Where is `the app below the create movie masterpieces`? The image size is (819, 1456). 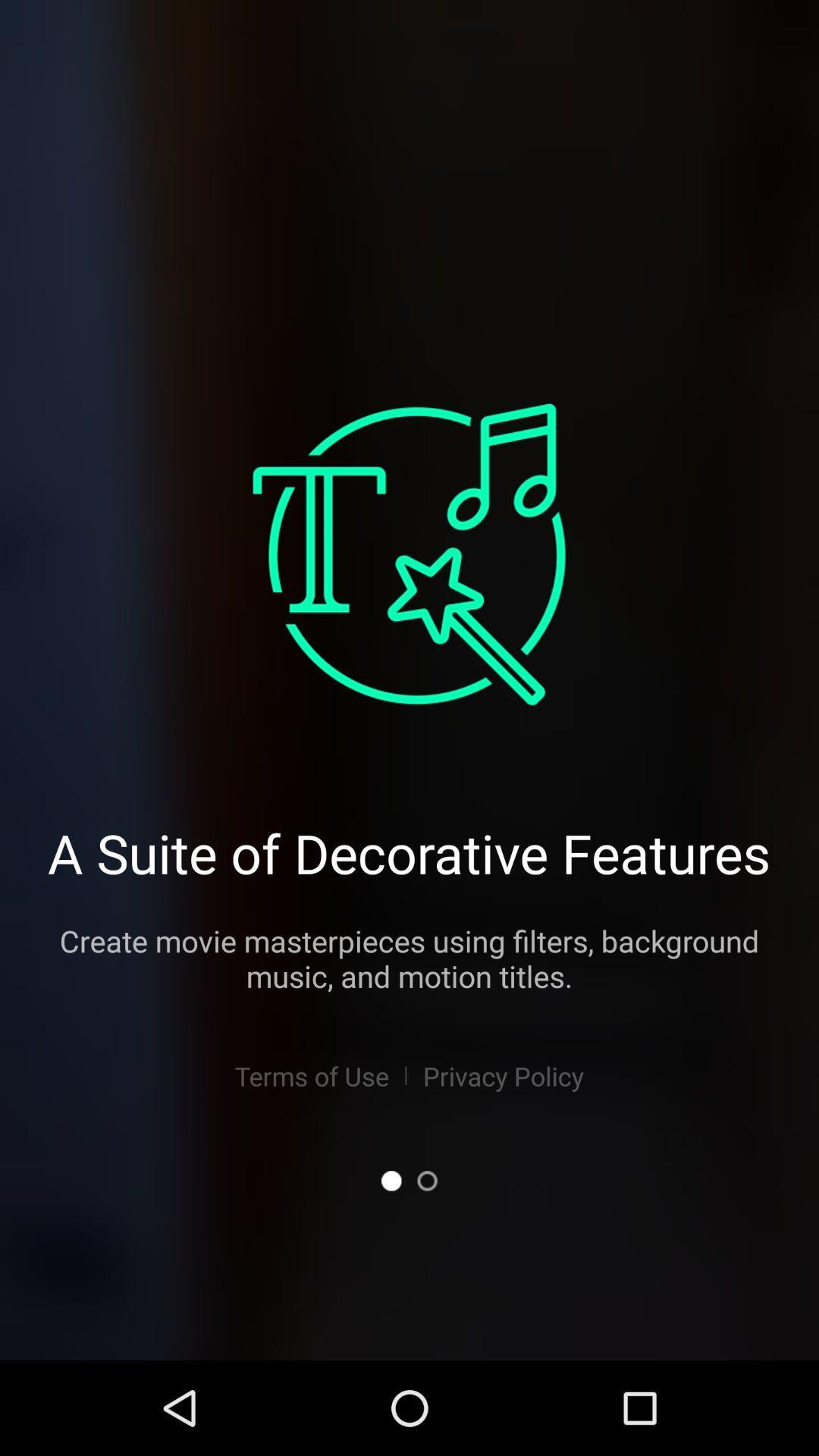
the app below the create movie masterpieces is located at coordinates (311, 1075).